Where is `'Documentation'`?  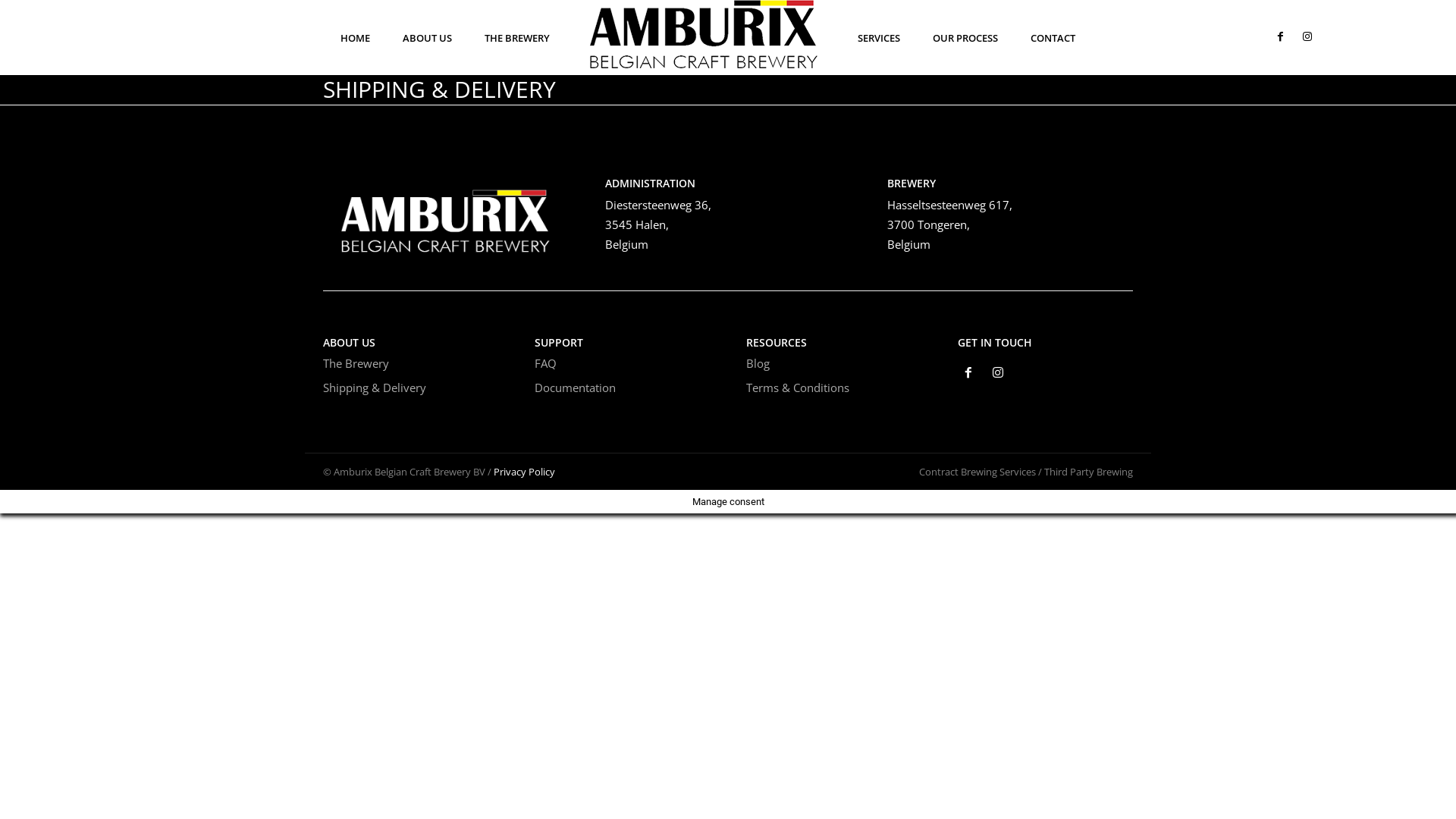
'Documentation' is located at coordinates (535, 386).